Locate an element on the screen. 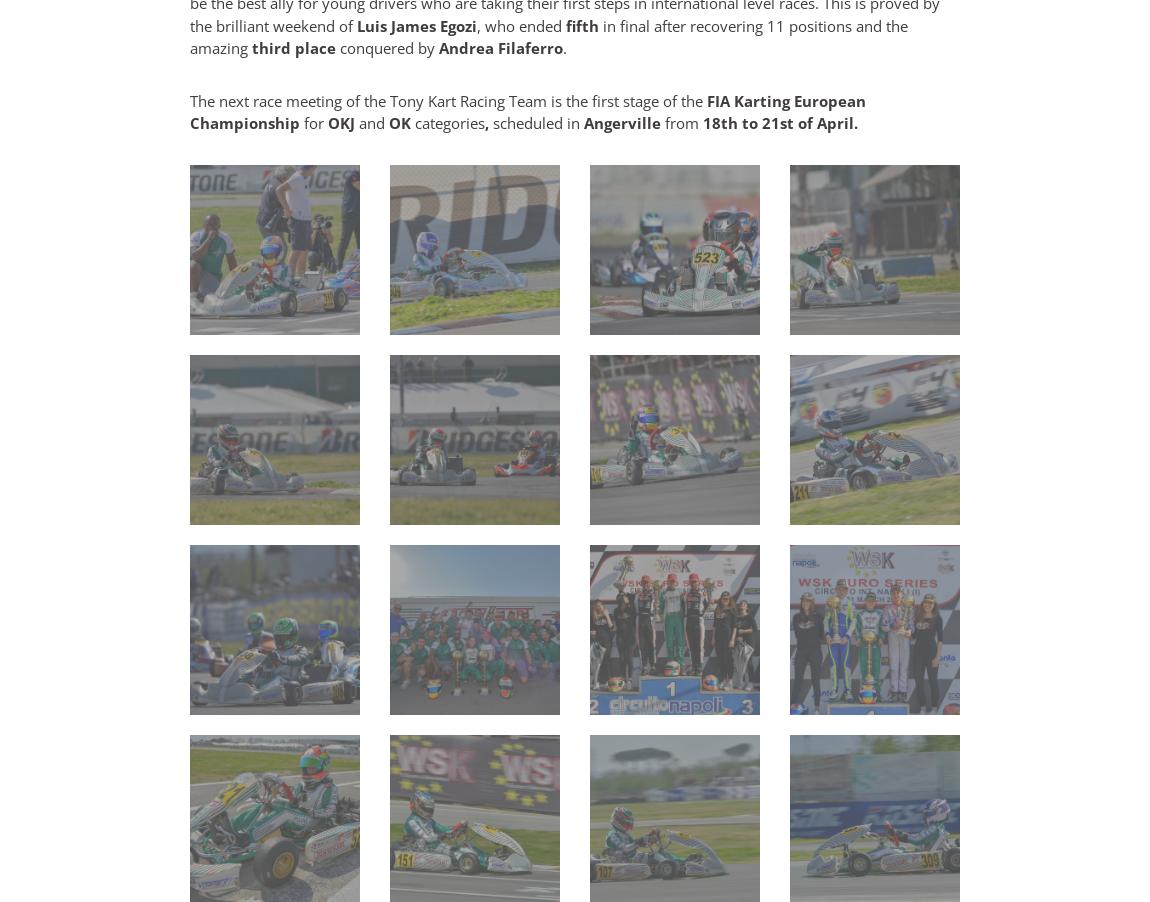  'categories' is located at coordinates (449, 123).